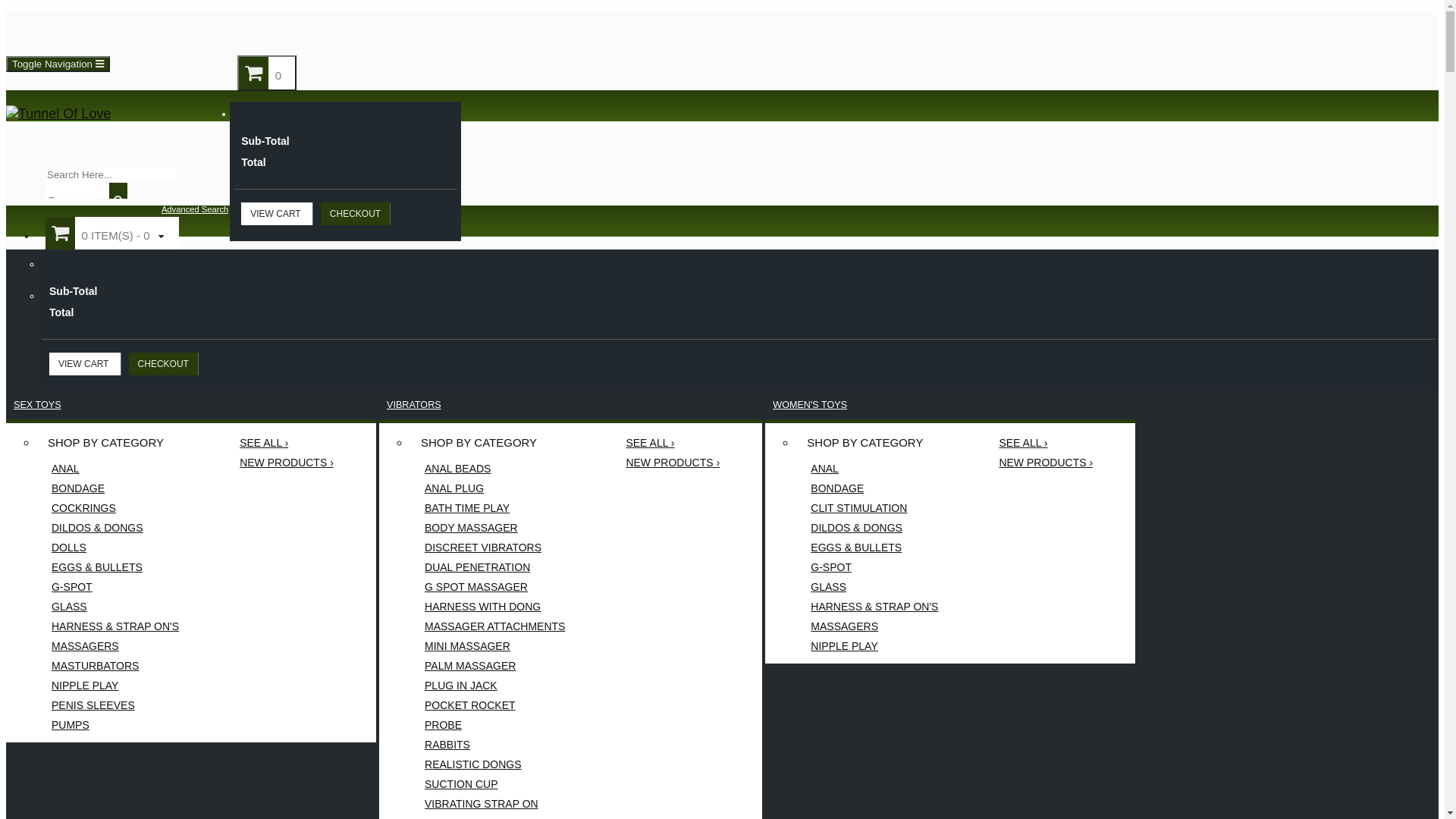  Describe the element at coordinates (355, 213) in the screenshot. I see `'CHECKOUT'` at that location.